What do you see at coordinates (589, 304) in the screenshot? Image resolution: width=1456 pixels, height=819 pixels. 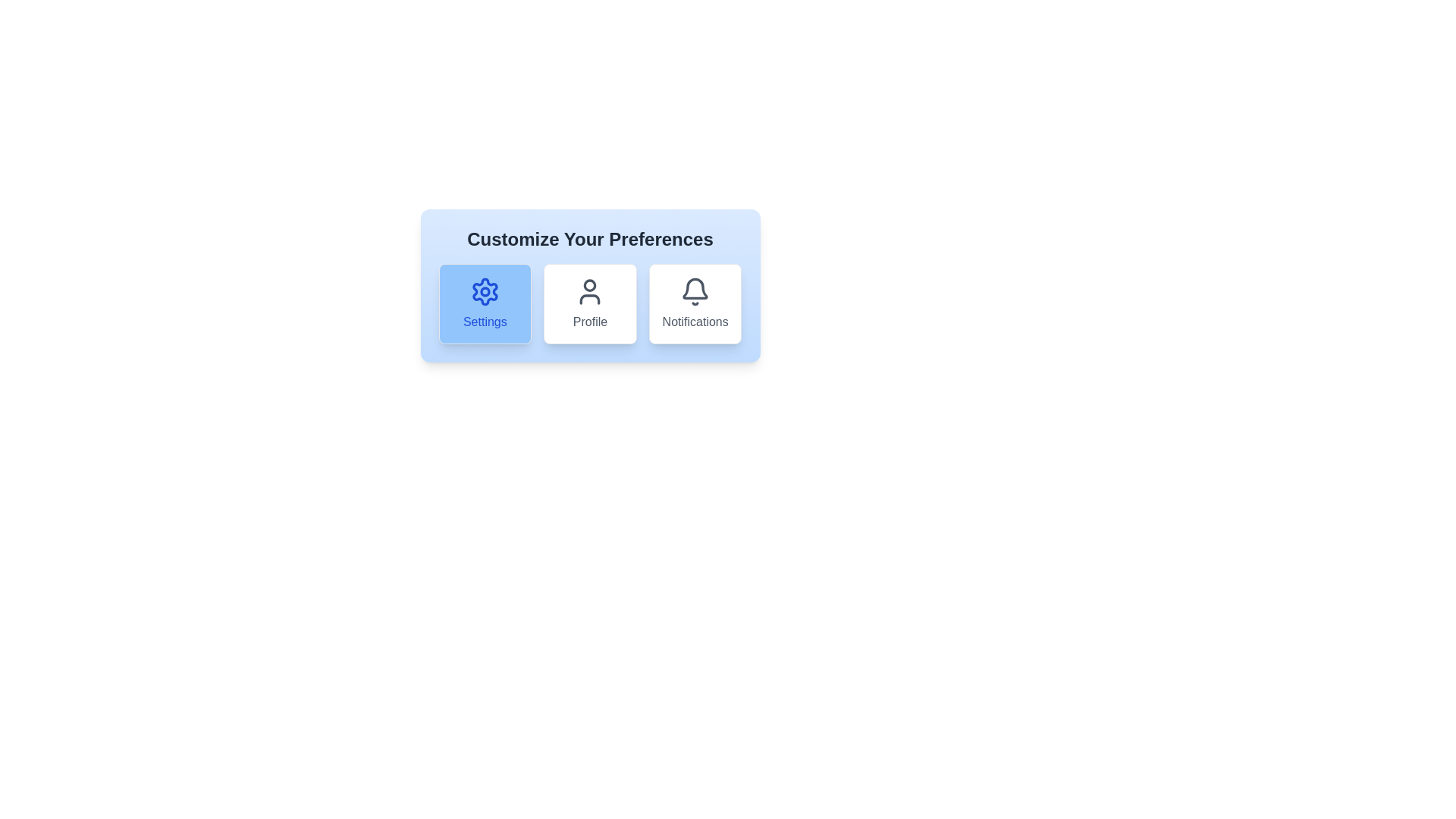 I see `the 'Profile' button, which is a stylized UI component with a user icon and the text 'Profile', located in the middle of a row under 'Customize Your Preferences'` at bounding box center [589, 304].